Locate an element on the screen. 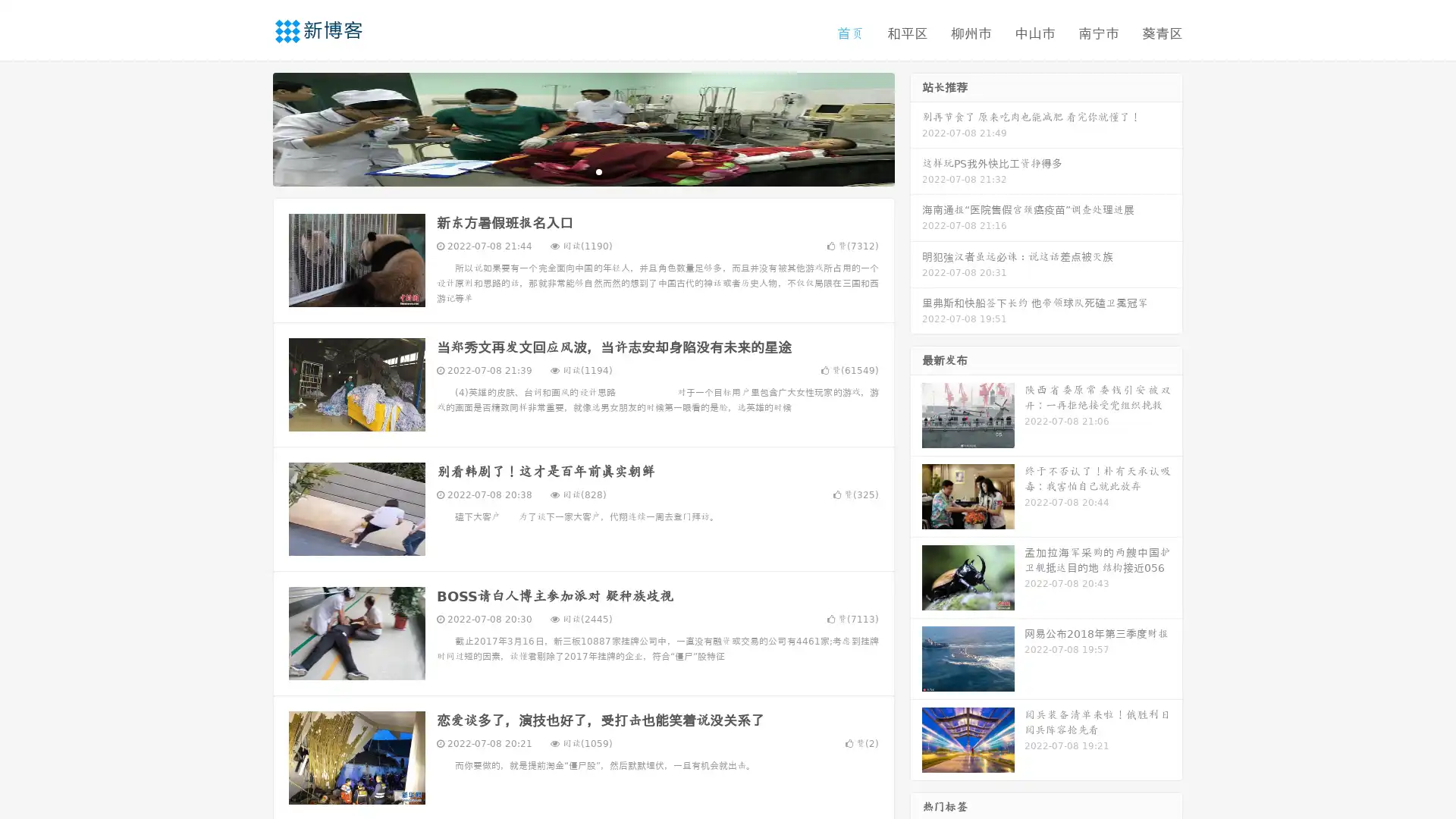 The image size is (1456, 819). Go to slide 3 is located at coordinates (598, 171).